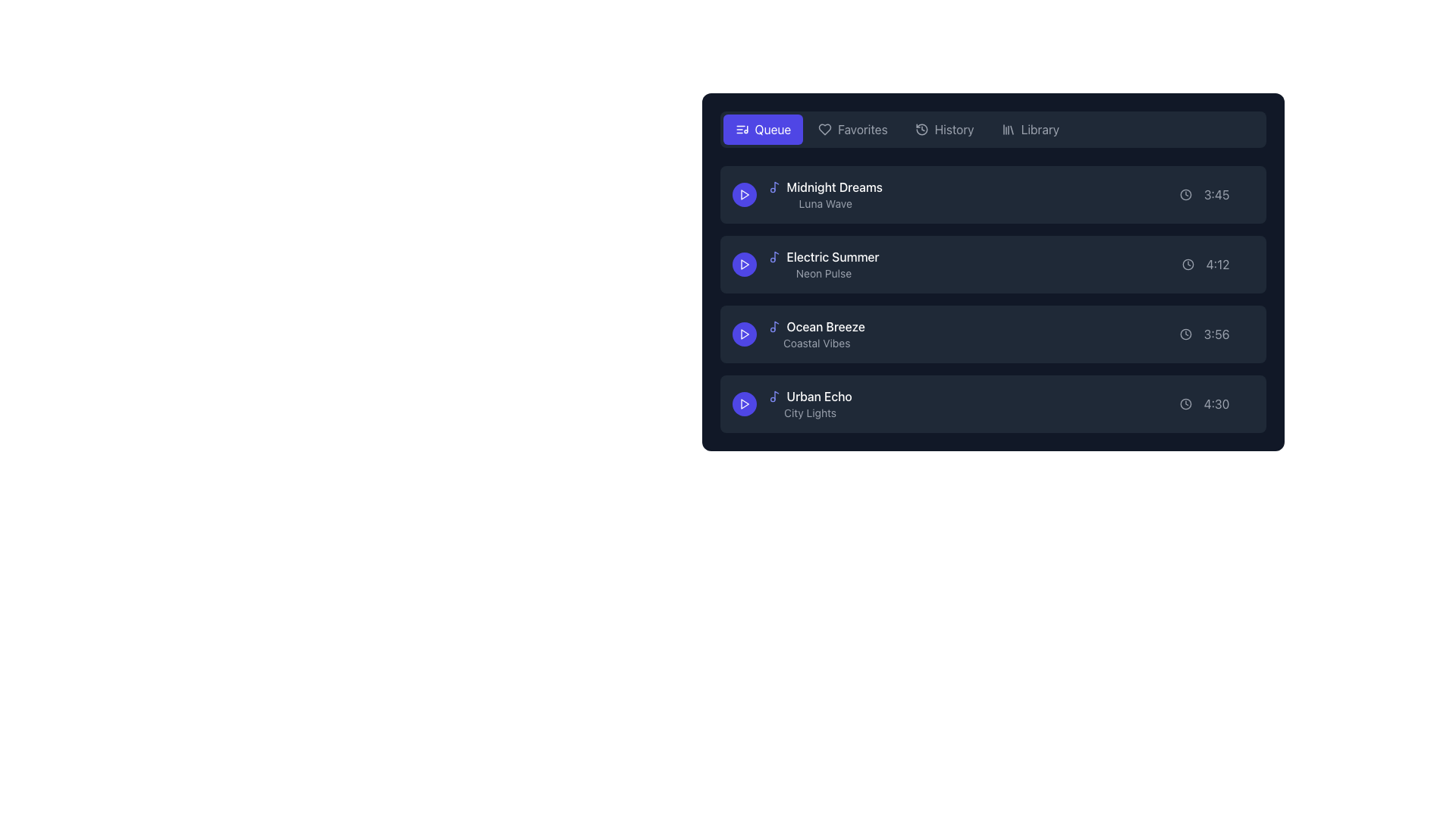 This screenshot has width=1456, height=819. Describe the element at coordinates (742, 128) in the screenshot. I see `the compact musical note icon styled in white on a dark indigo background, located next to the 'Queue' text in the top-left corner of the main visible section` at that location.